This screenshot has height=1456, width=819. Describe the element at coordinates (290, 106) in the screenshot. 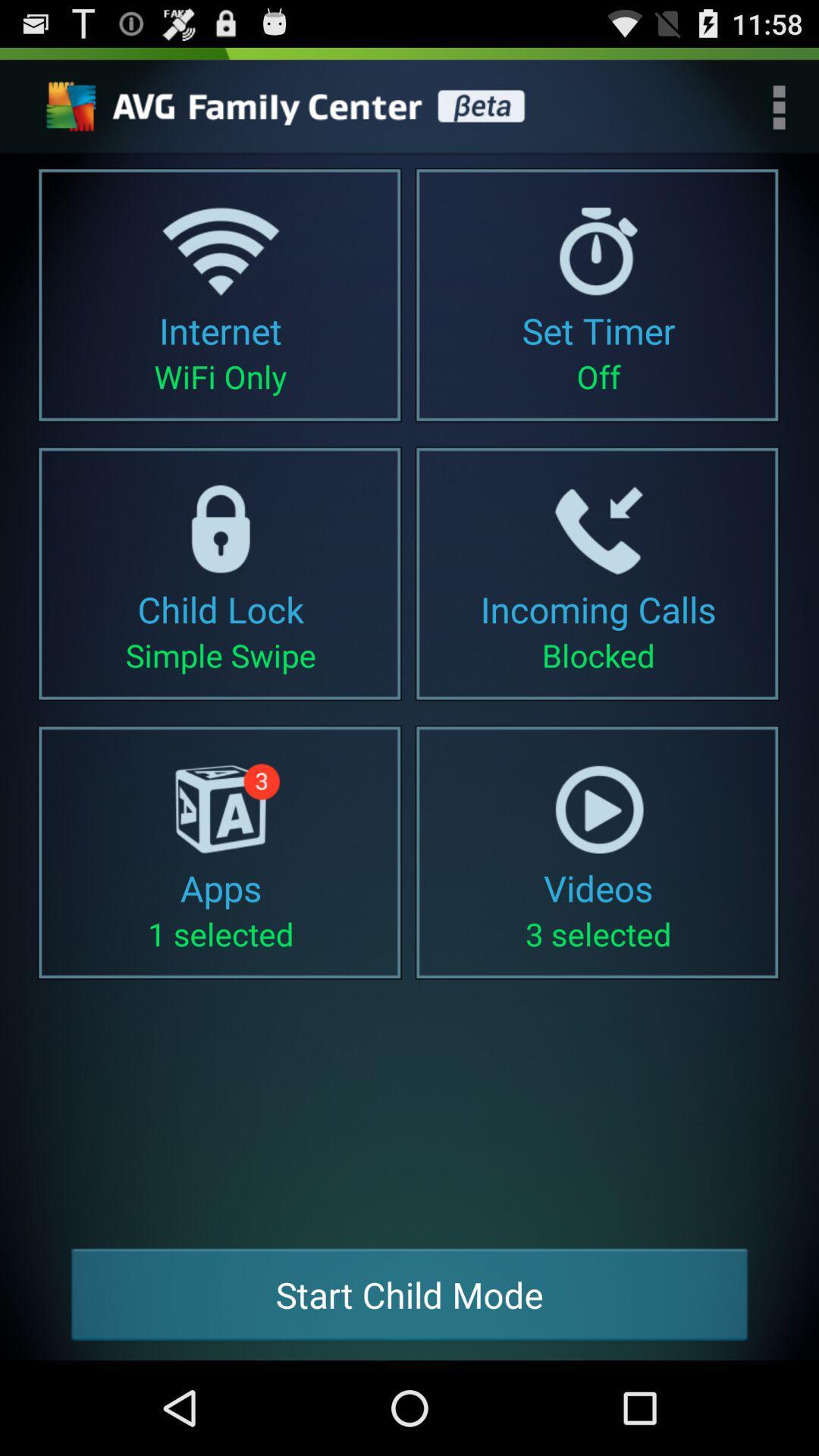

I see `settings` at that location.